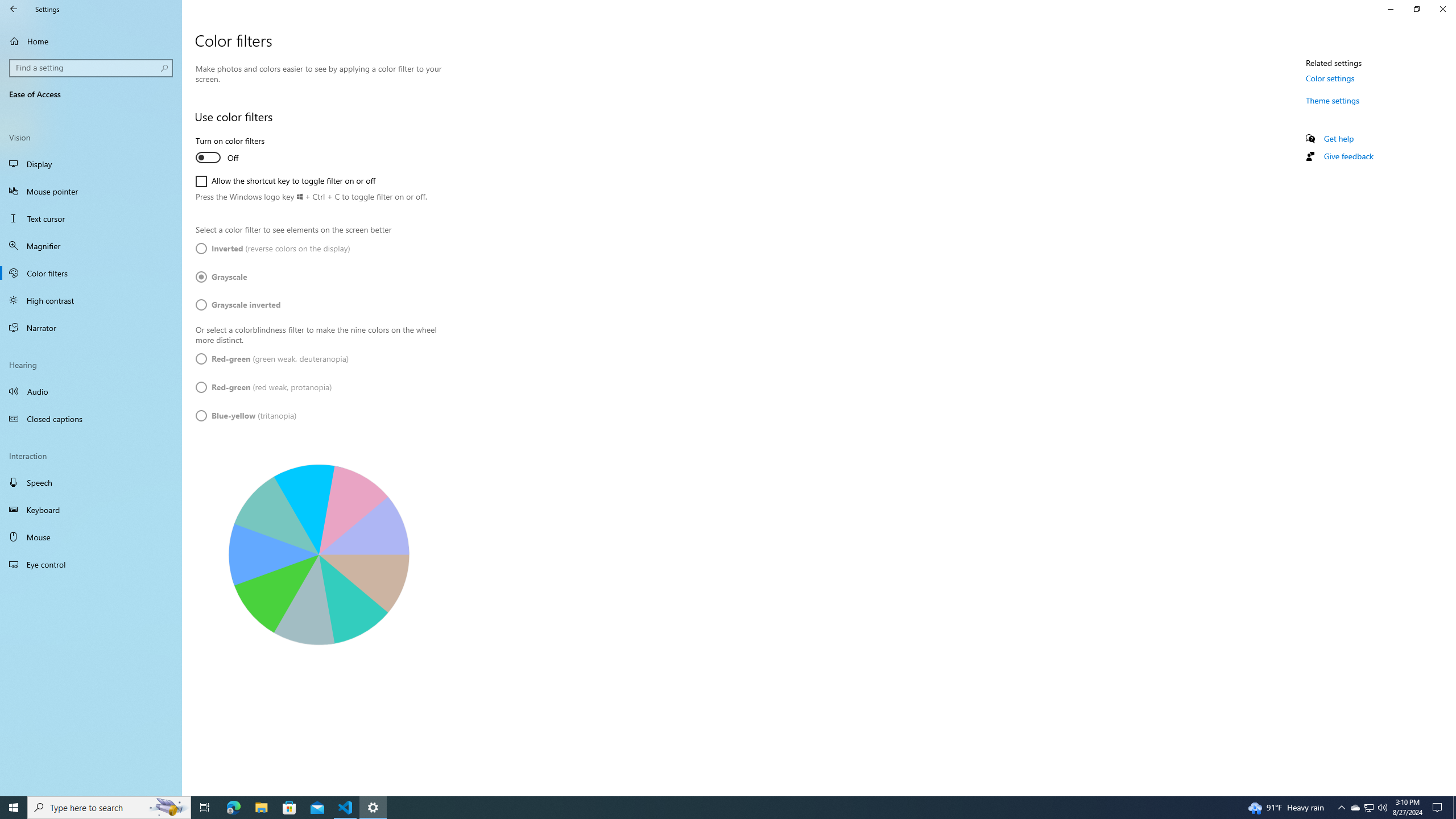  Describe the element at coordinates (345, 806) in the screenshot. I see `'Visual Studio Code - 1 running window'` at that location.